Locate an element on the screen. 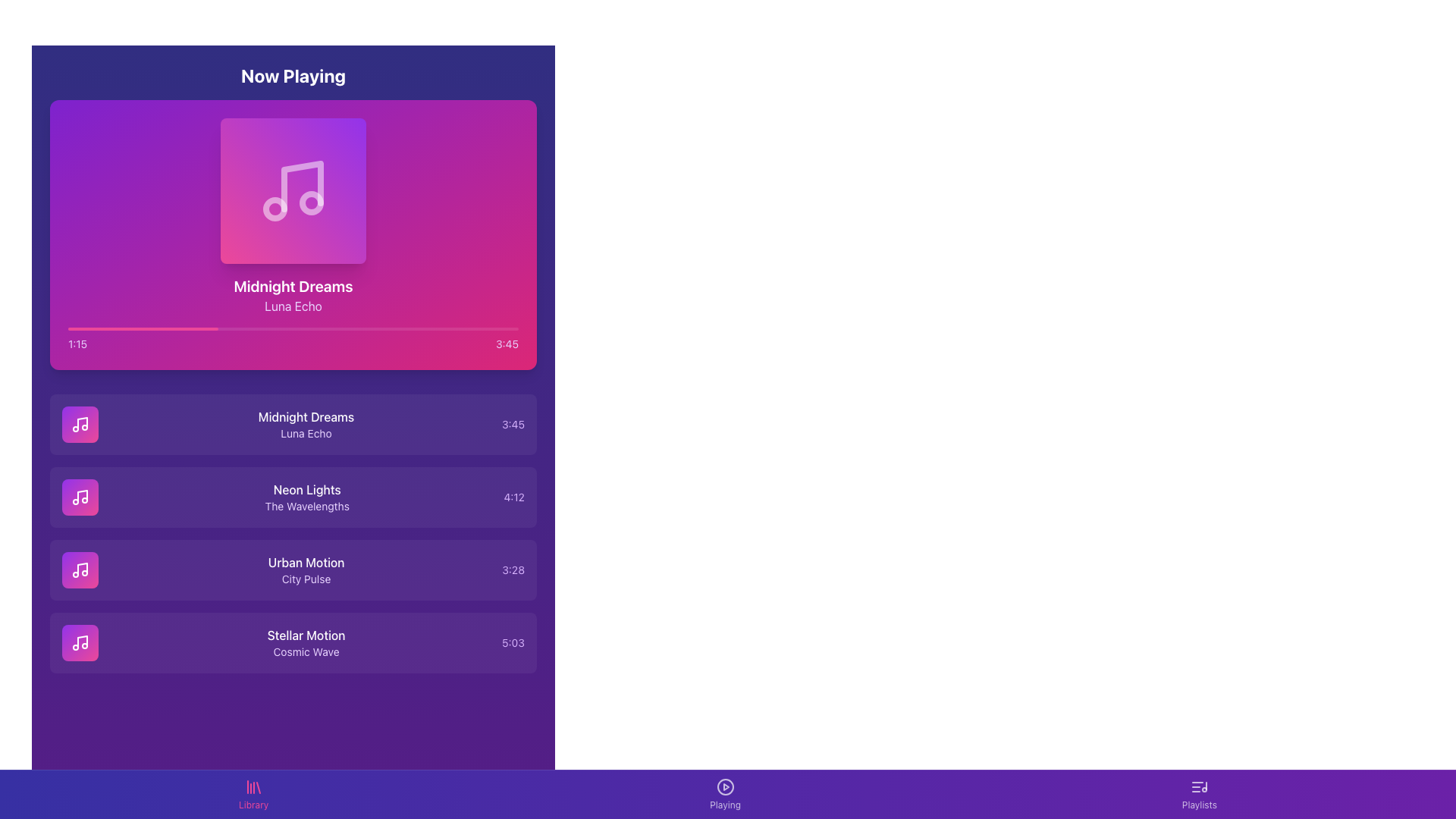 Image resolution: width=1456 pixels, height=819 pixels. the text label that provides information about the media item, located in the second entry of a list, for more details is located at coordinates (305, 424).